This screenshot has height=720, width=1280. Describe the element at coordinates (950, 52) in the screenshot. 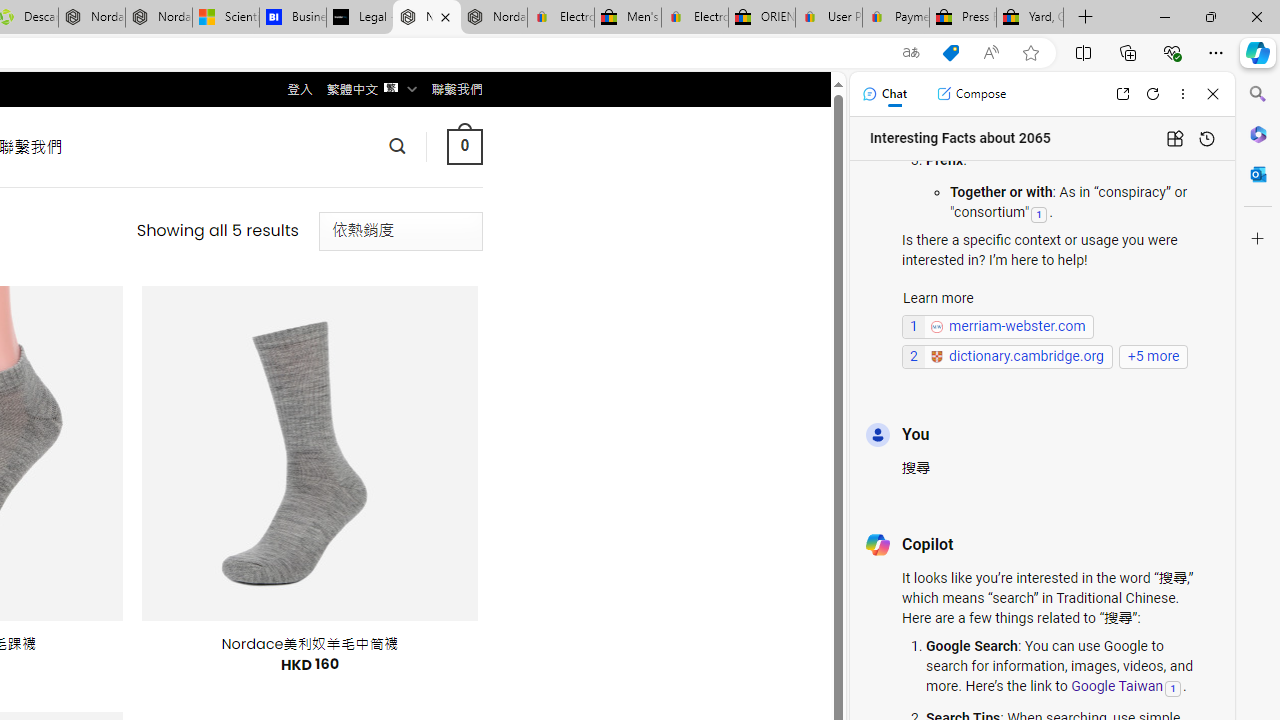

I see `'This site has coupons! Shopping in Microsoft Edge'` at that location.